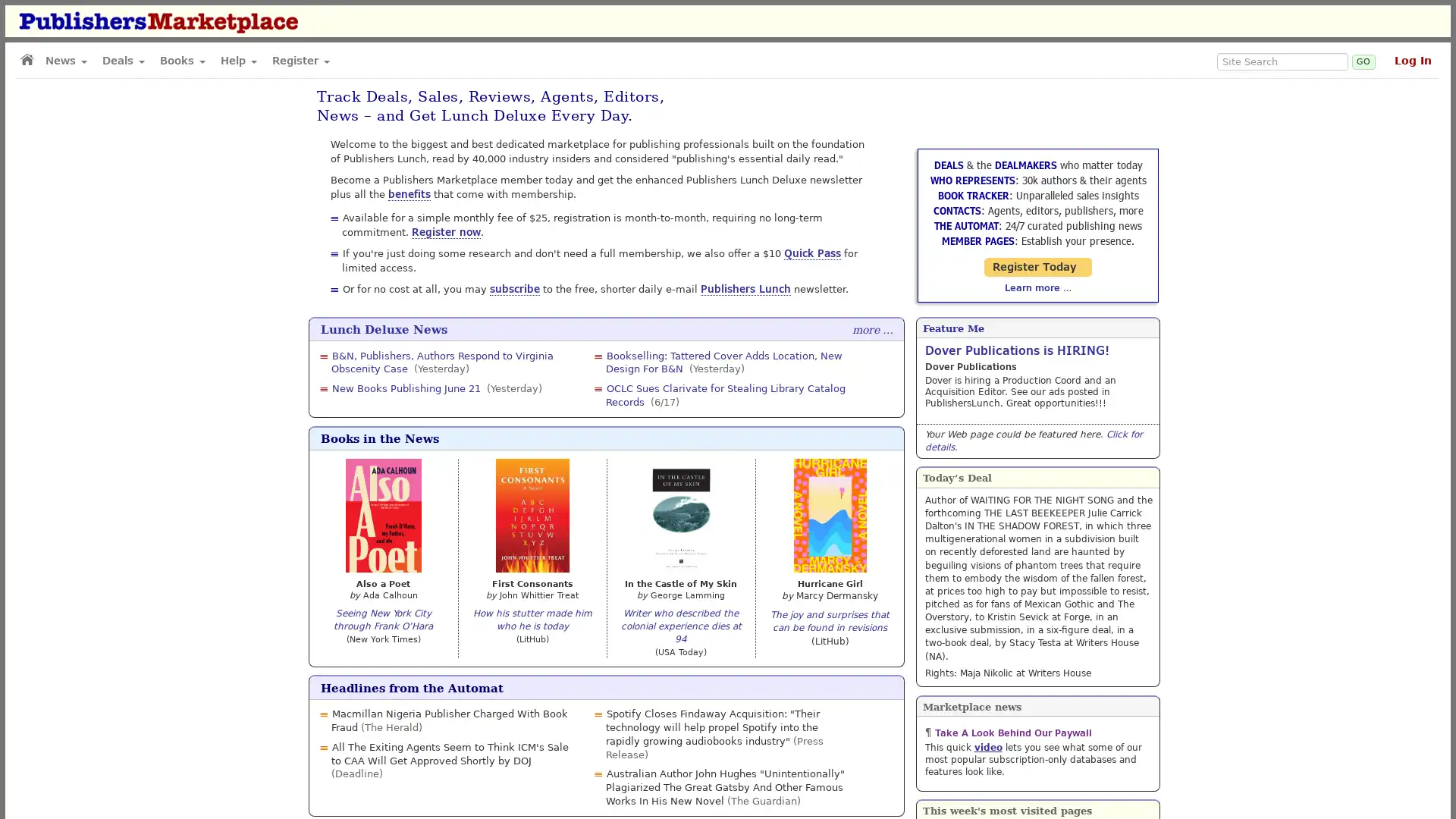  I want to click on GO, so click(1363, 61).